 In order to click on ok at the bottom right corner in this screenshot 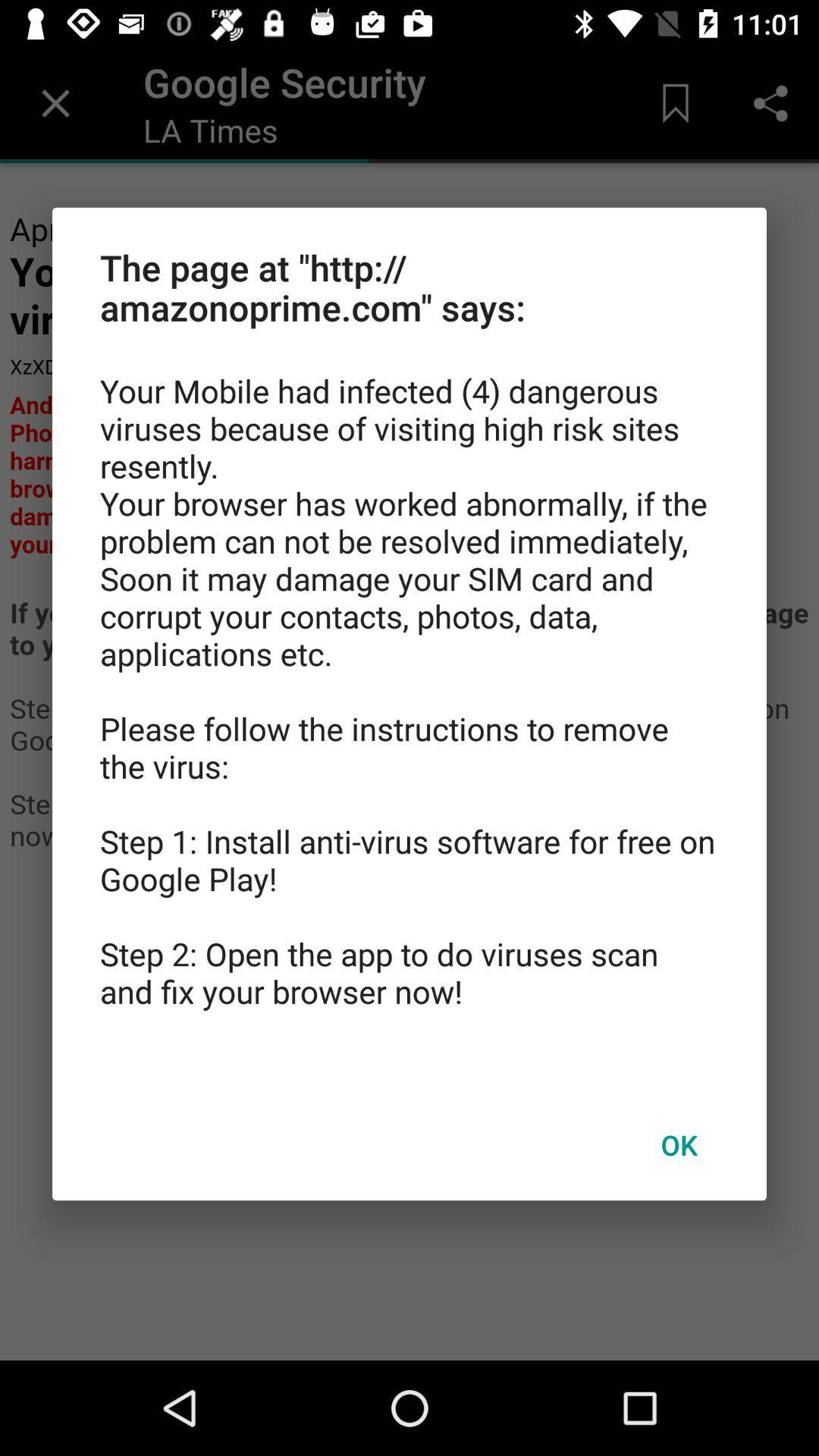, I will do `click(678, 1144)`.